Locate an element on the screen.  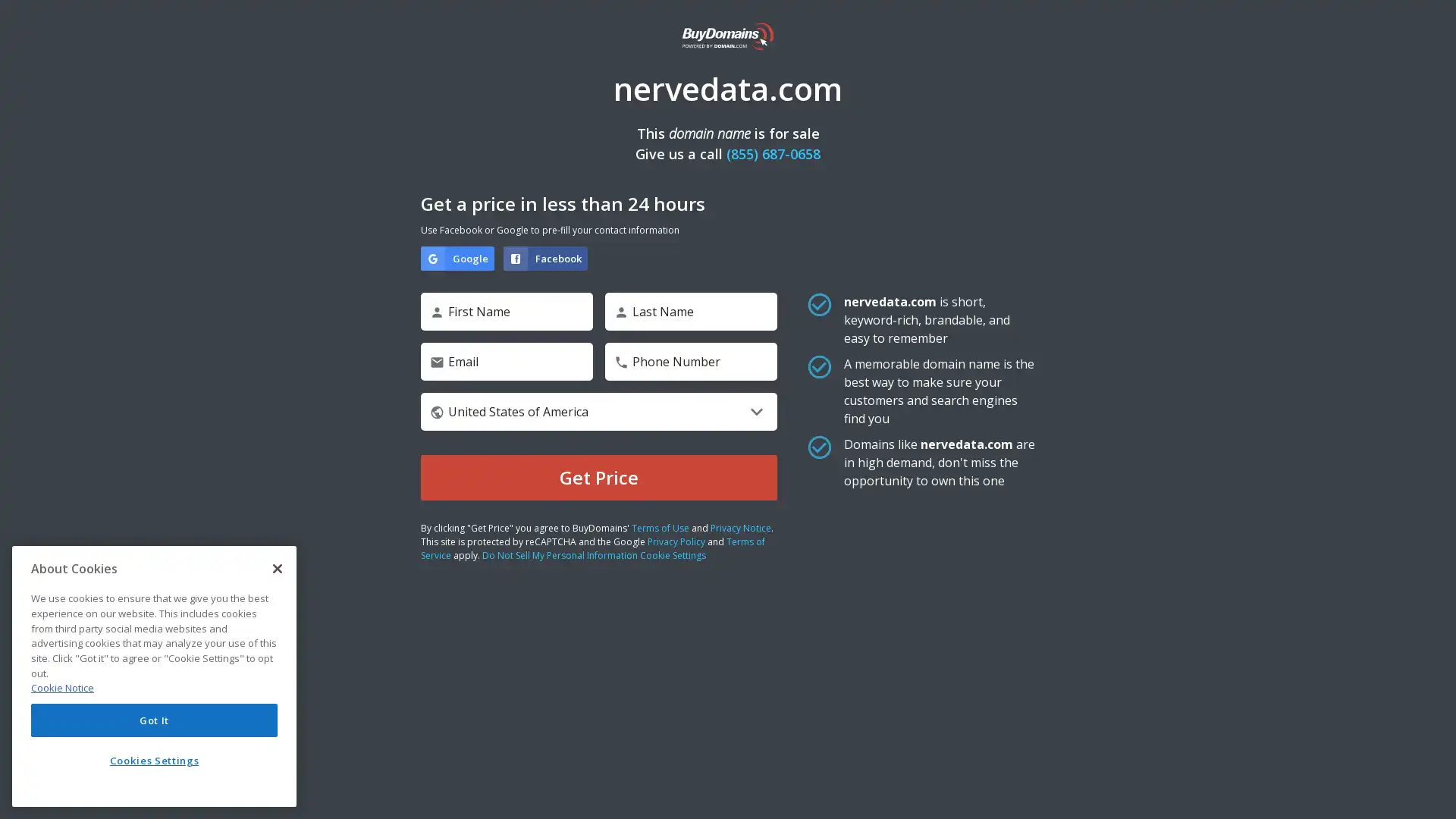
Facebook is located at coordinates (545, 257).